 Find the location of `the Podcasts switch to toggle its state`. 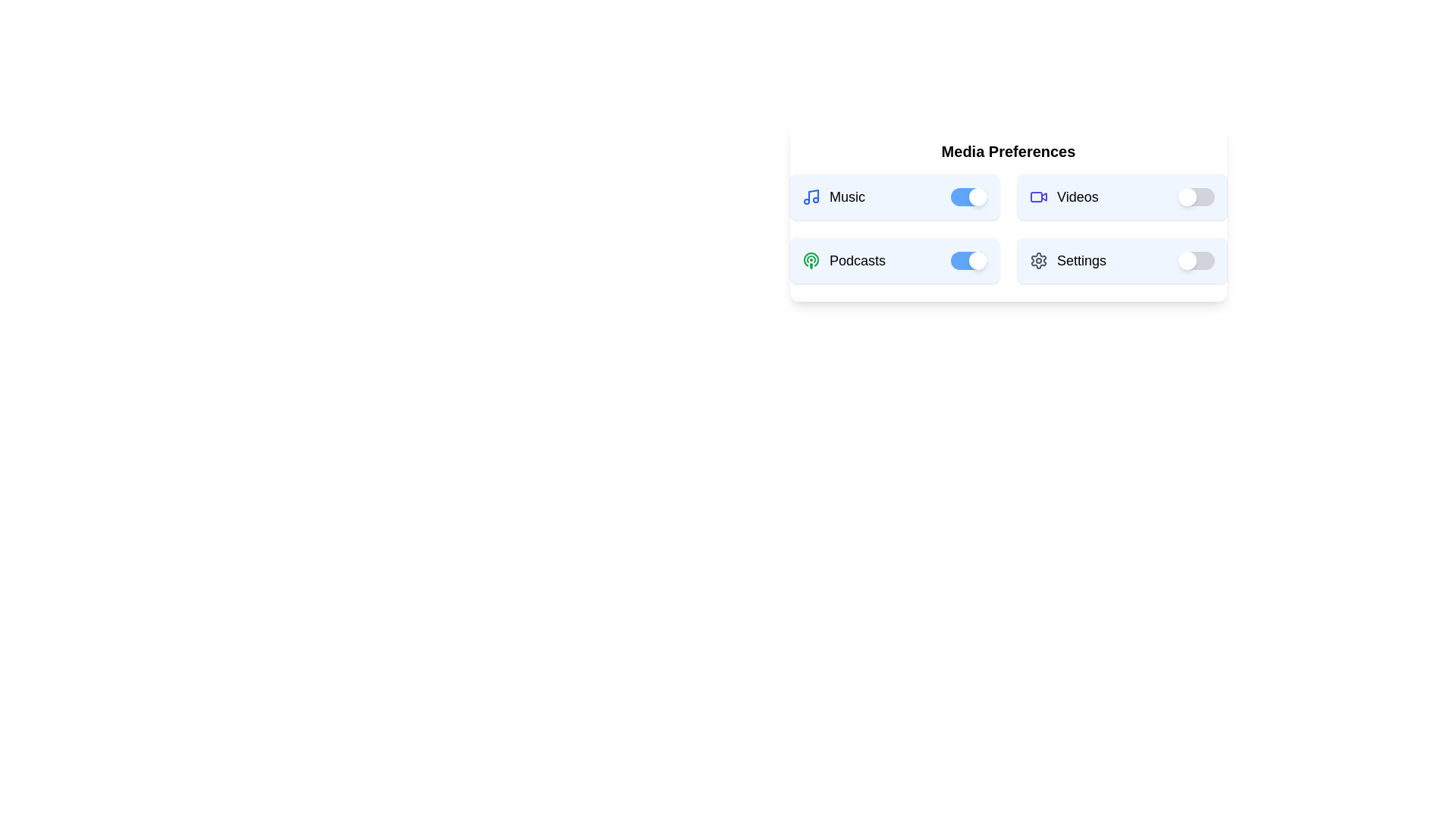

the Podcasts switch to toggle its state is located at coordinates (968, 259).